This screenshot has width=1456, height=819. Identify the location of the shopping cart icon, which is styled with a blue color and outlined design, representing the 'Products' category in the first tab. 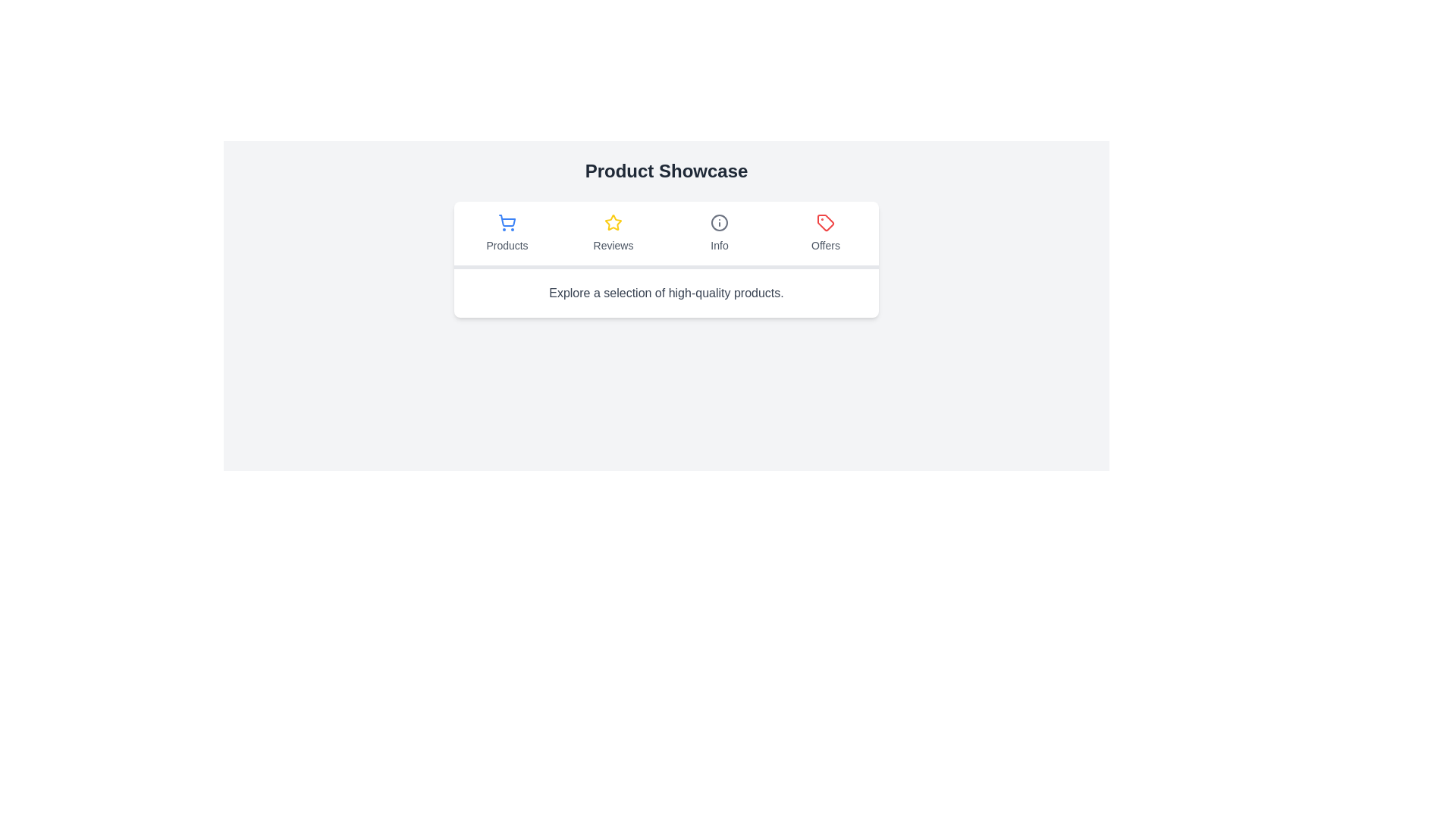
(507, 222).